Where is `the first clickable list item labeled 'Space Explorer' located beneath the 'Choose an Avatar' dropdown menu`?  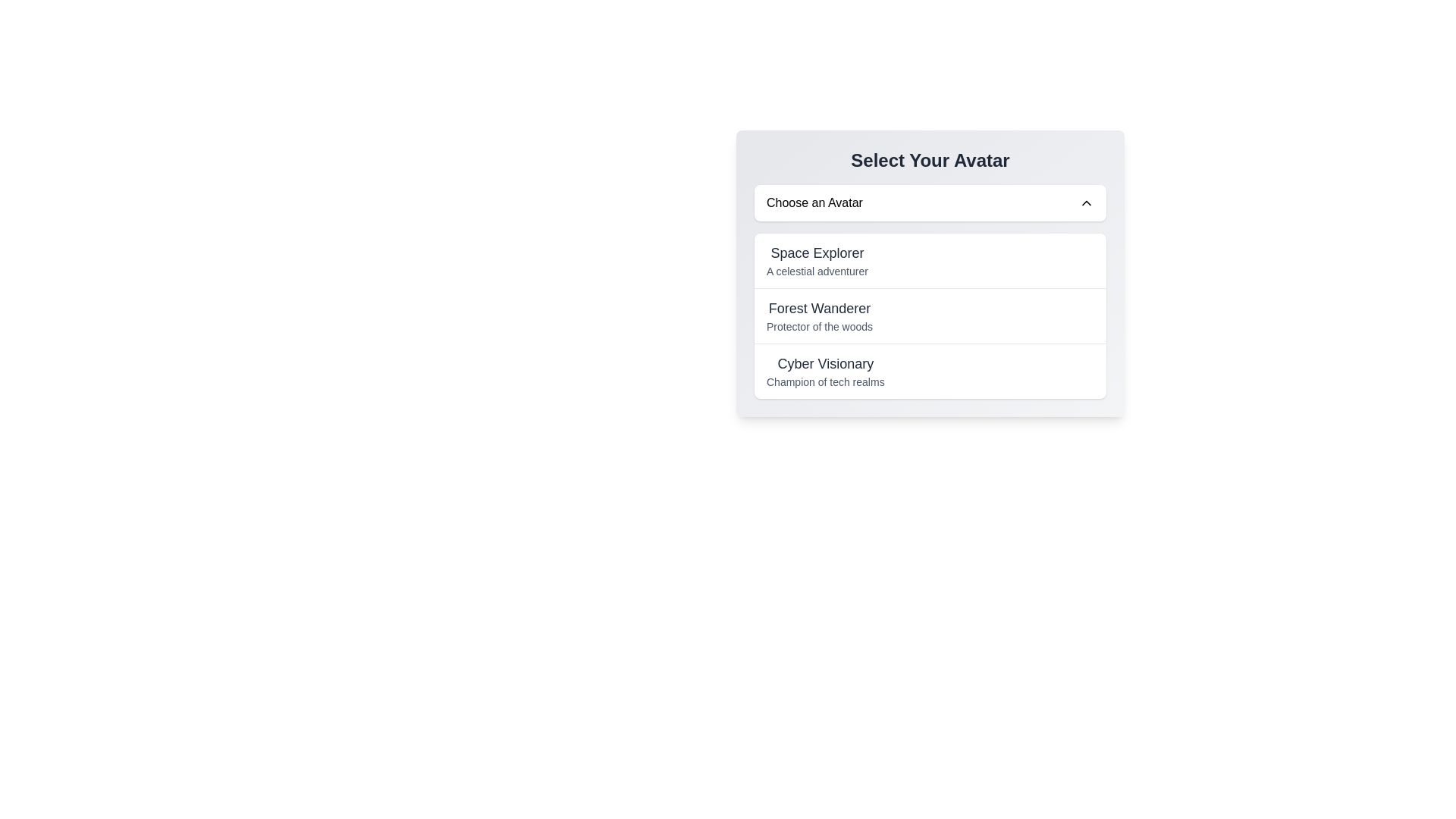 the first clickable list item labeled 'Space Explorer' located beneath the 'Choose an Avatar' dropdown menu is located at coordinates (930, 259).